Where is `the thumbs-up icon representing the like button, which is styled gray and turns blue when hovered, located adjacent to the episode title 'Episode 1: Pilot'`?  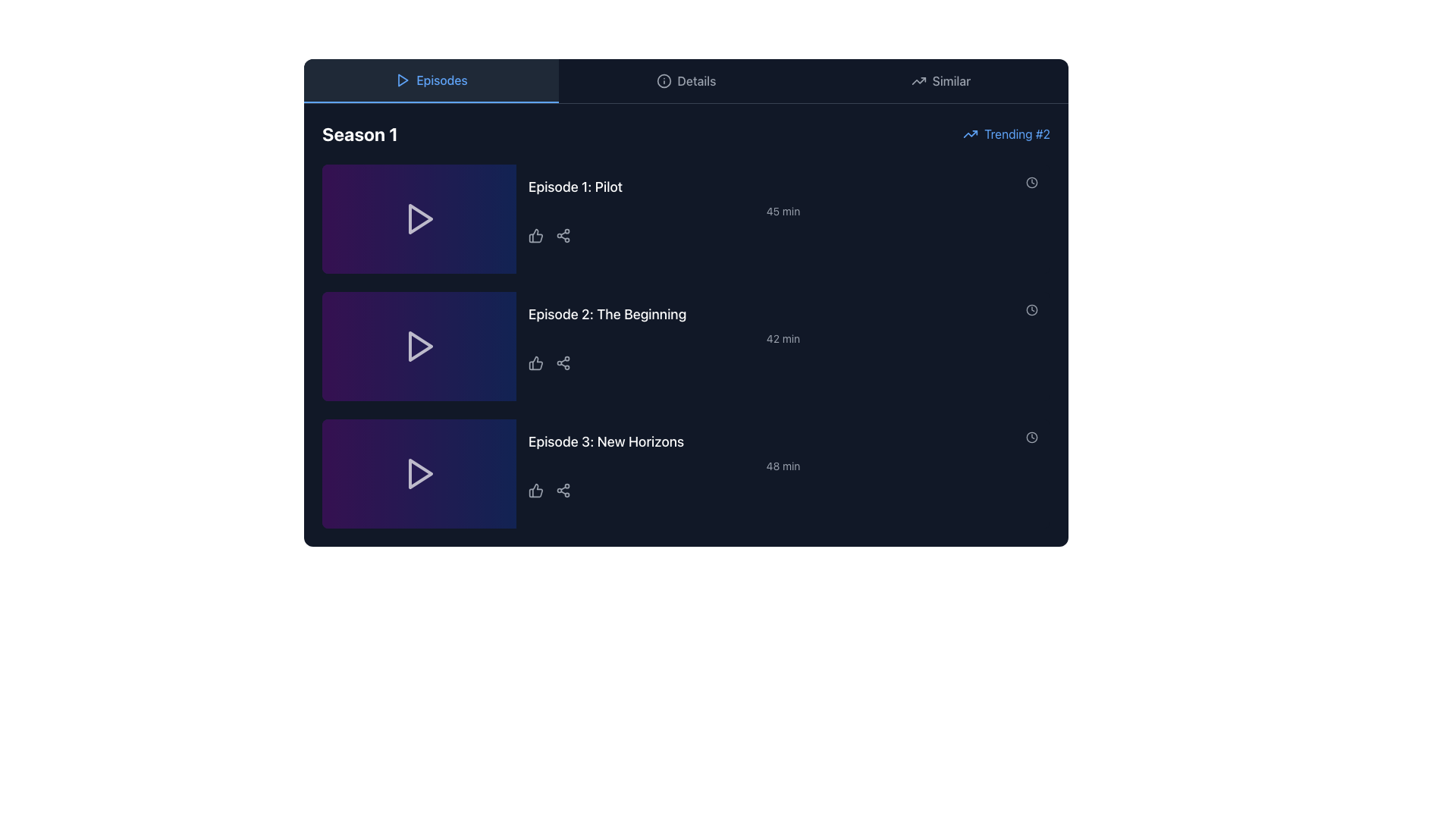 the thumbs-up icon representing the like button, which is styled gray and turns blue when hovered, located adjacent to the episode title 'Episode 1: Pilot' is located at coordinates (535, 236).